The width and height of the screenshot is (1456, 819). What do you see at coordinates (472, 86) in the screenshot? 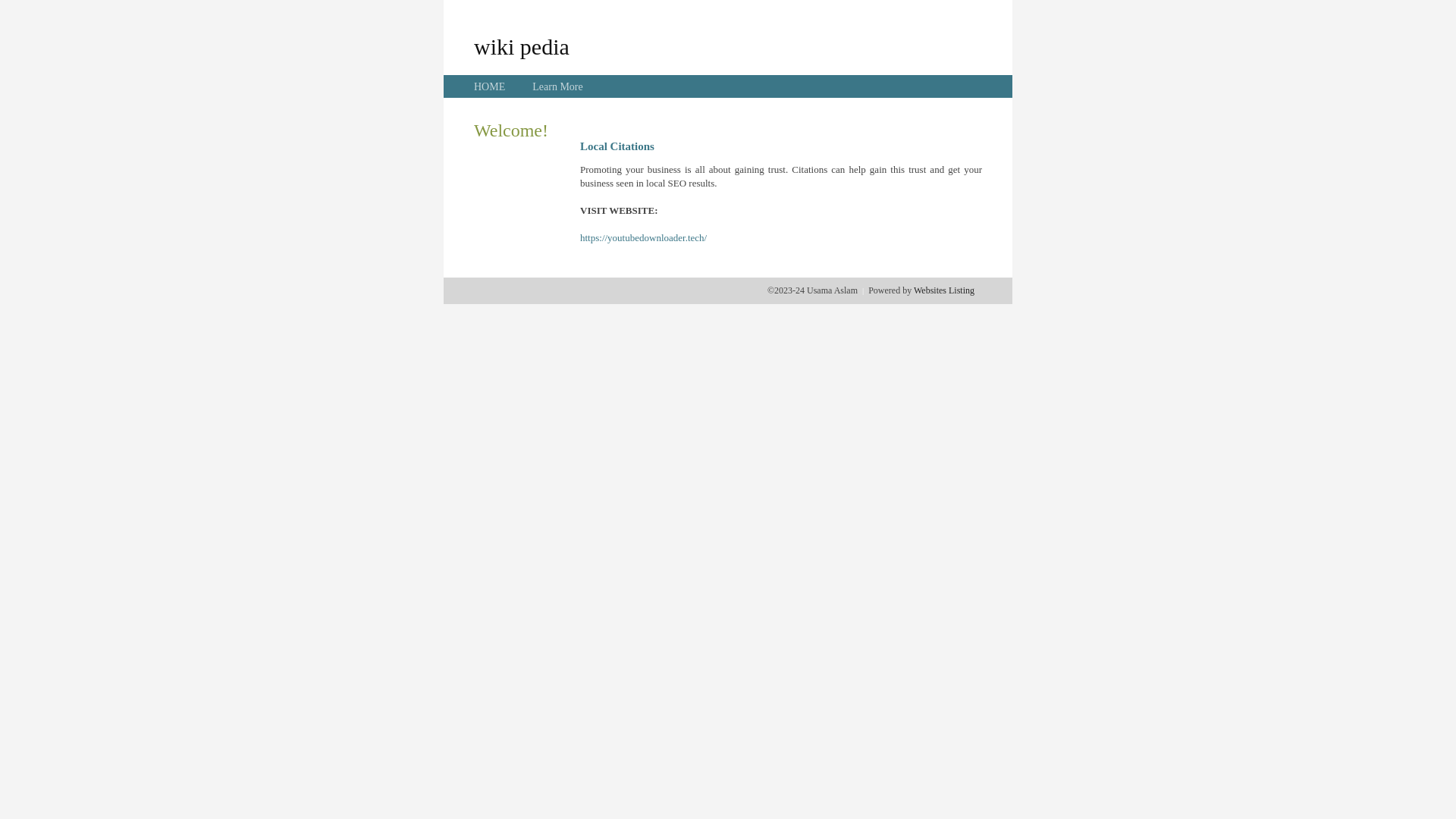
I see `'HOME'` at bounding box center [472, 86].